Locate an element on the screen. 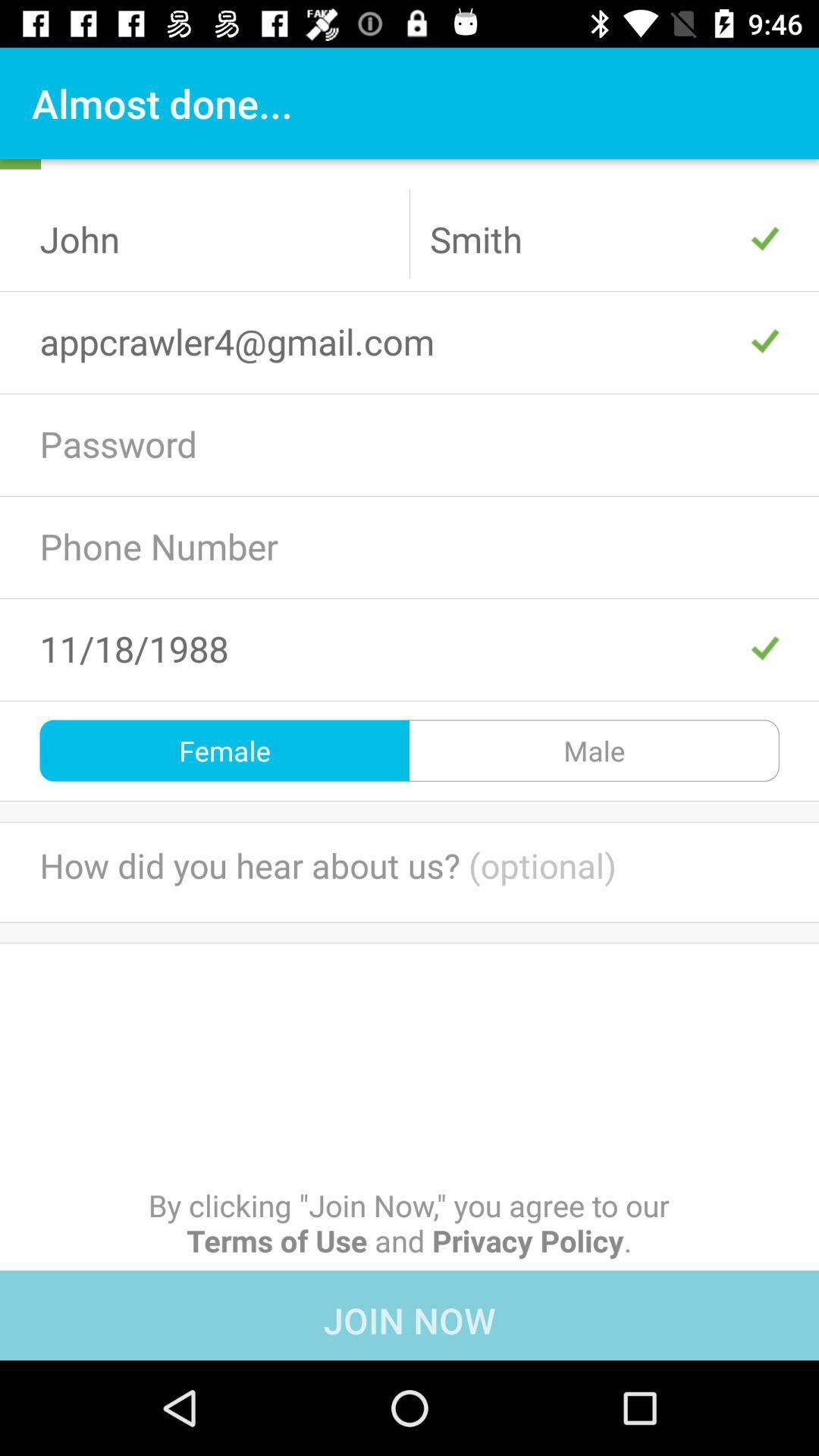 This screenshot has width=819, height=1456. the row which is below the phone number is located at coordinates (409, 648).